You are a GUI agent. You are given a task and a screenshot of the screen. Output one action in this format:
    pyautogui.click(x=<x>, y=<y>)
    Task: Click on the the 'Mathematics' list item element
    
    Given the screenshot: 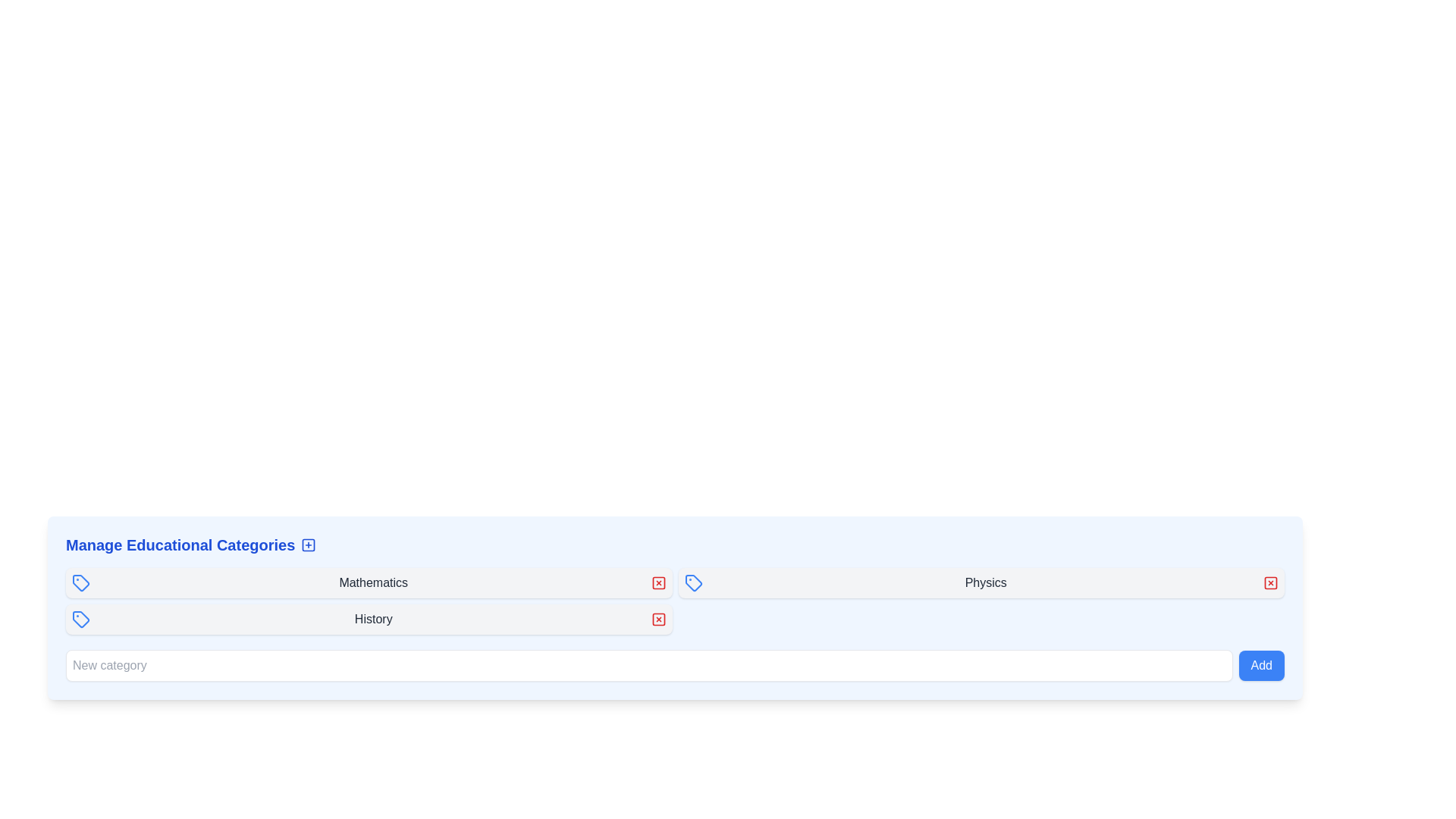 What is the action you would take?
    pyautogui.click(x=369, y=582)
    